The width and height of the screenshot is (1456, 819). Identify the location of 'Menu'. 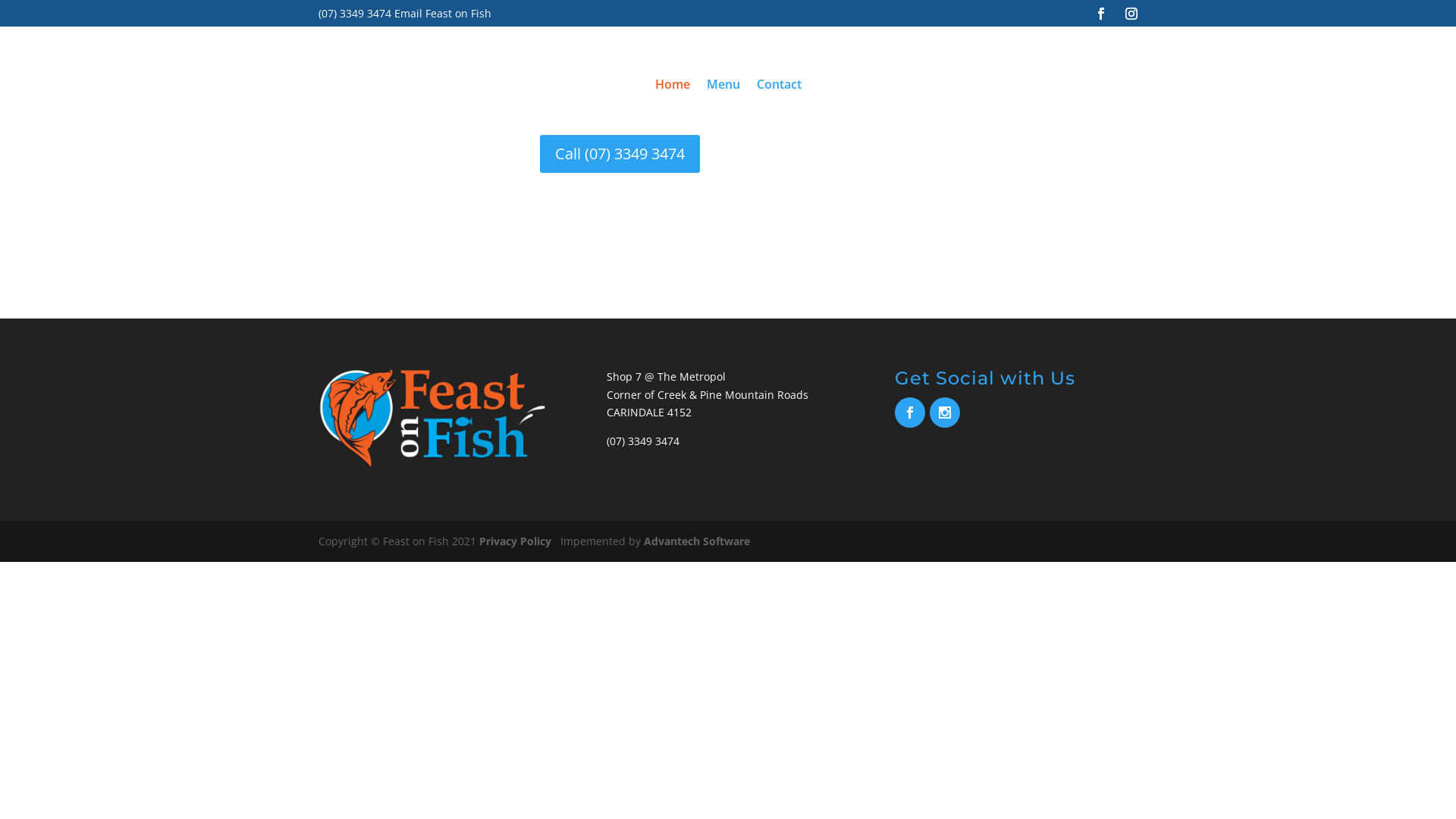
(723, 84).